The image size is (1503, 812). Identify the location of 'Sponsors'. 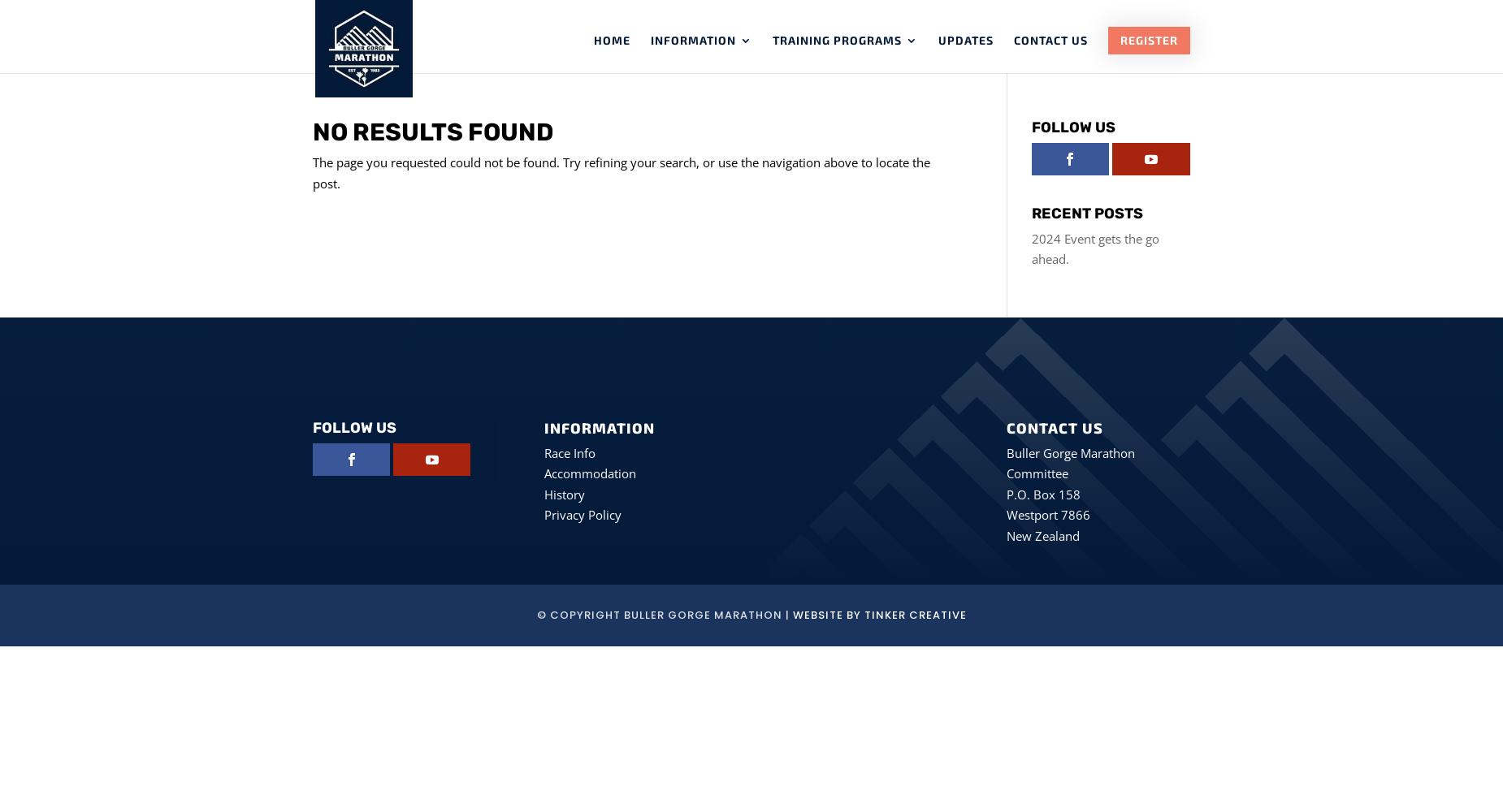
(715, 237).